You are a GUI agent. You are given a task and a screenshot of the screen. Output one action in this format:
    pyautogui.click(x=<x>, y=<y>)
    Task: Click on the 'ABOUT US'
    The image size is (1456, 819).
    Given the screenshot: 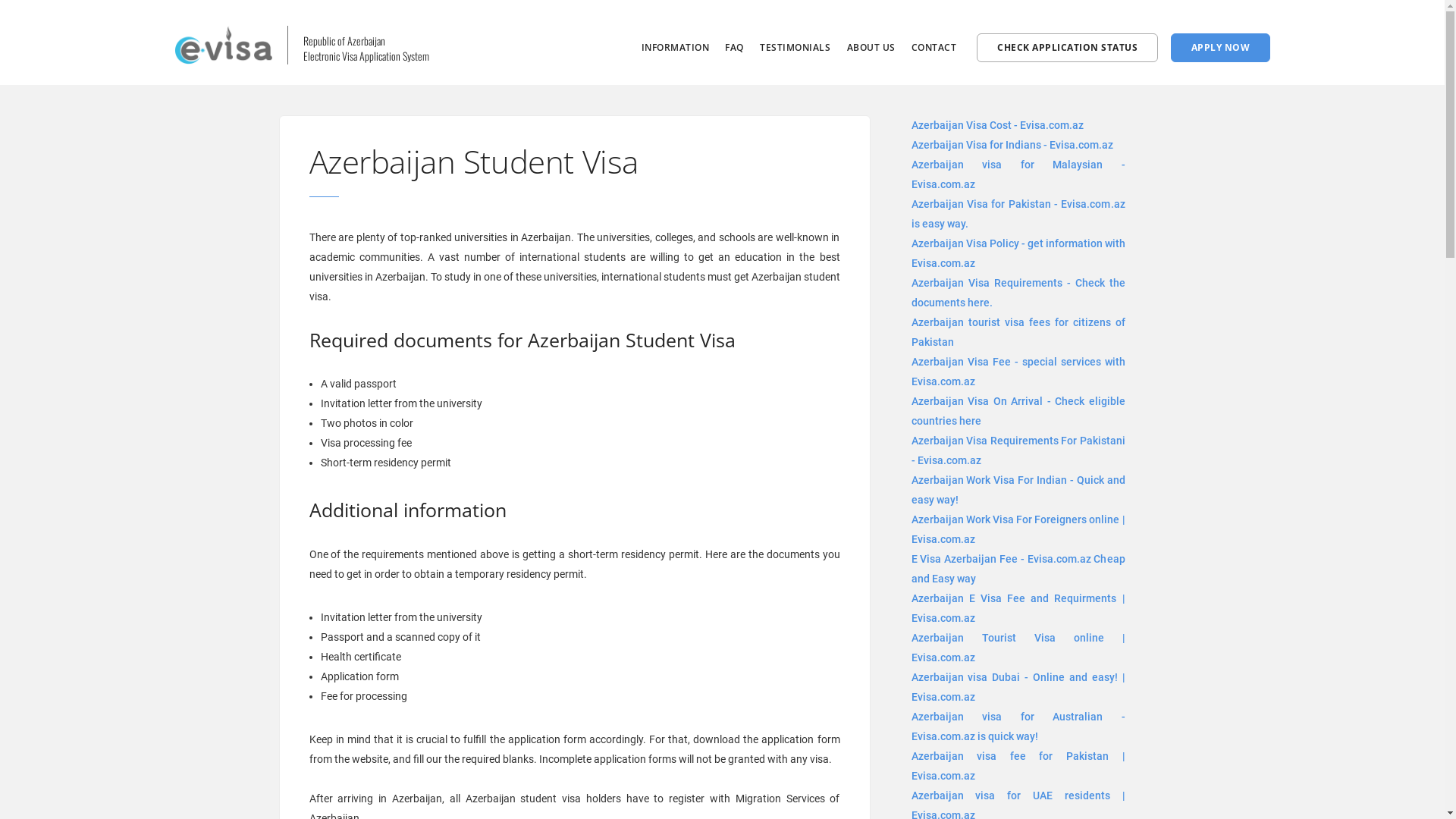 What is the action you would take?
    pyautogui.click(x=871, y=46)
    